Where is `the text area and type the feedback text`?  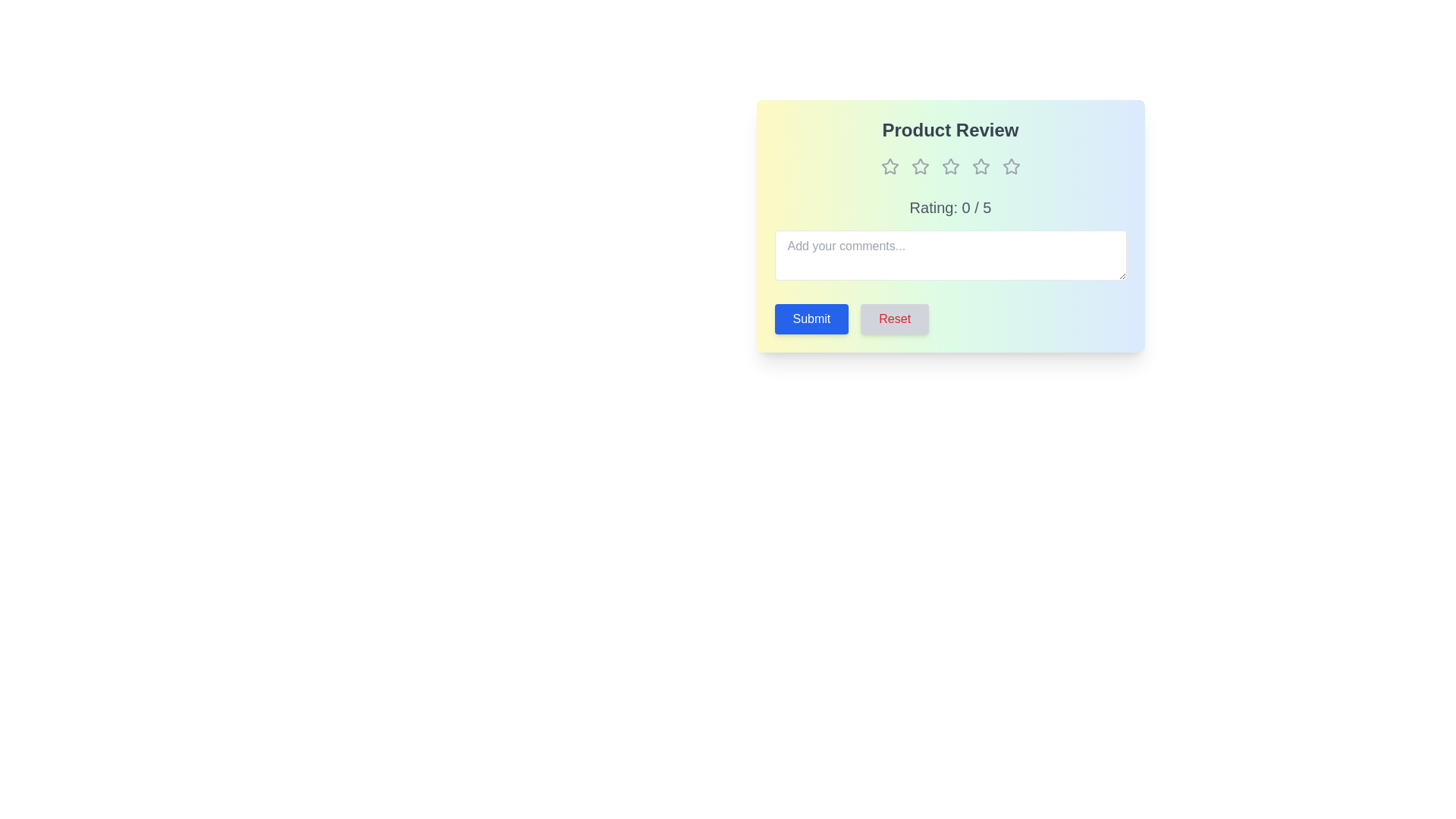 the text area and type the feedback text is located at coordinates (949, 254).